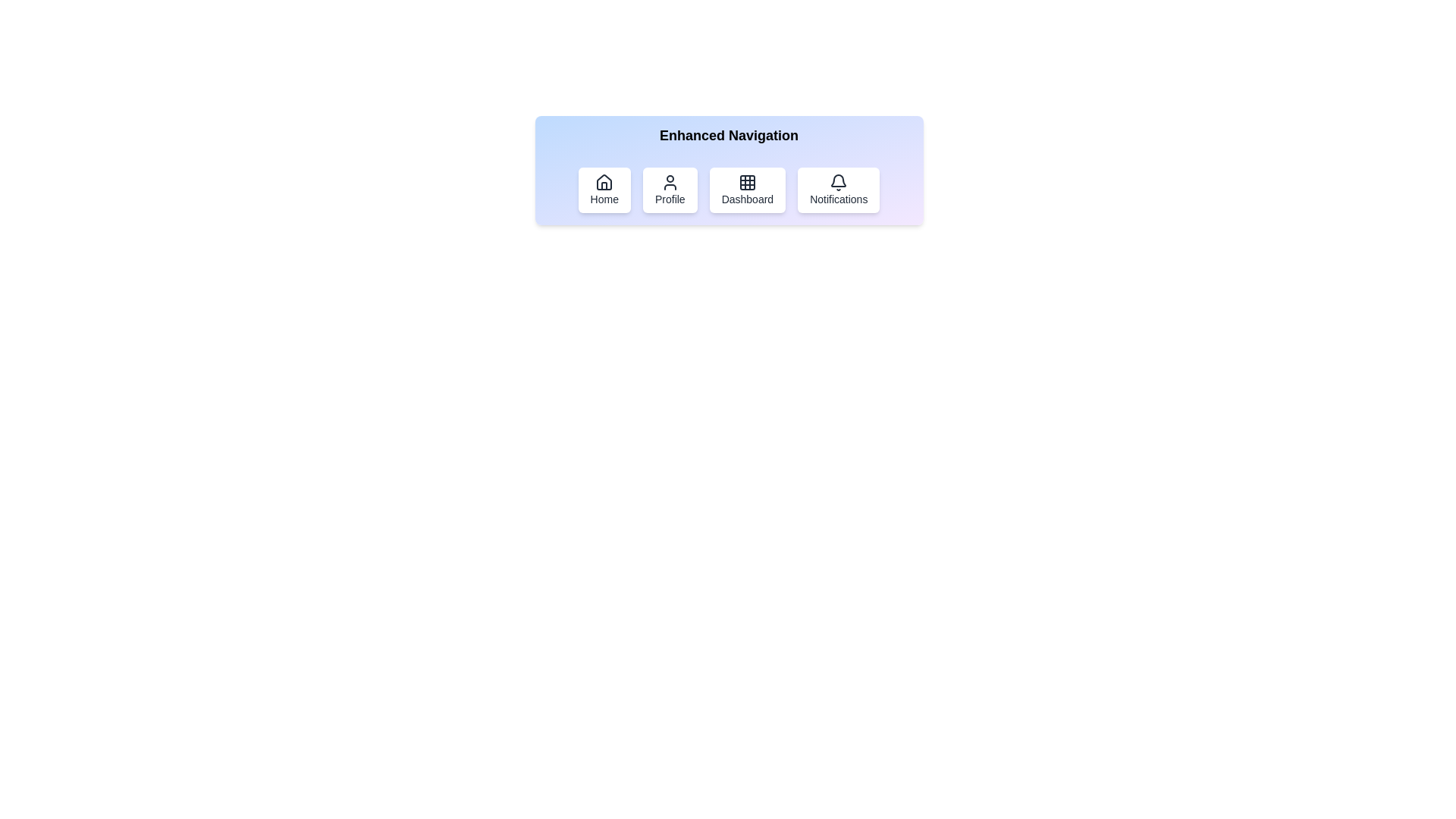 This screenshot has width=1456, height=819. I want to click on text label displaying 'Home' located below the house icon in the navigation menu, so click(604, 198).